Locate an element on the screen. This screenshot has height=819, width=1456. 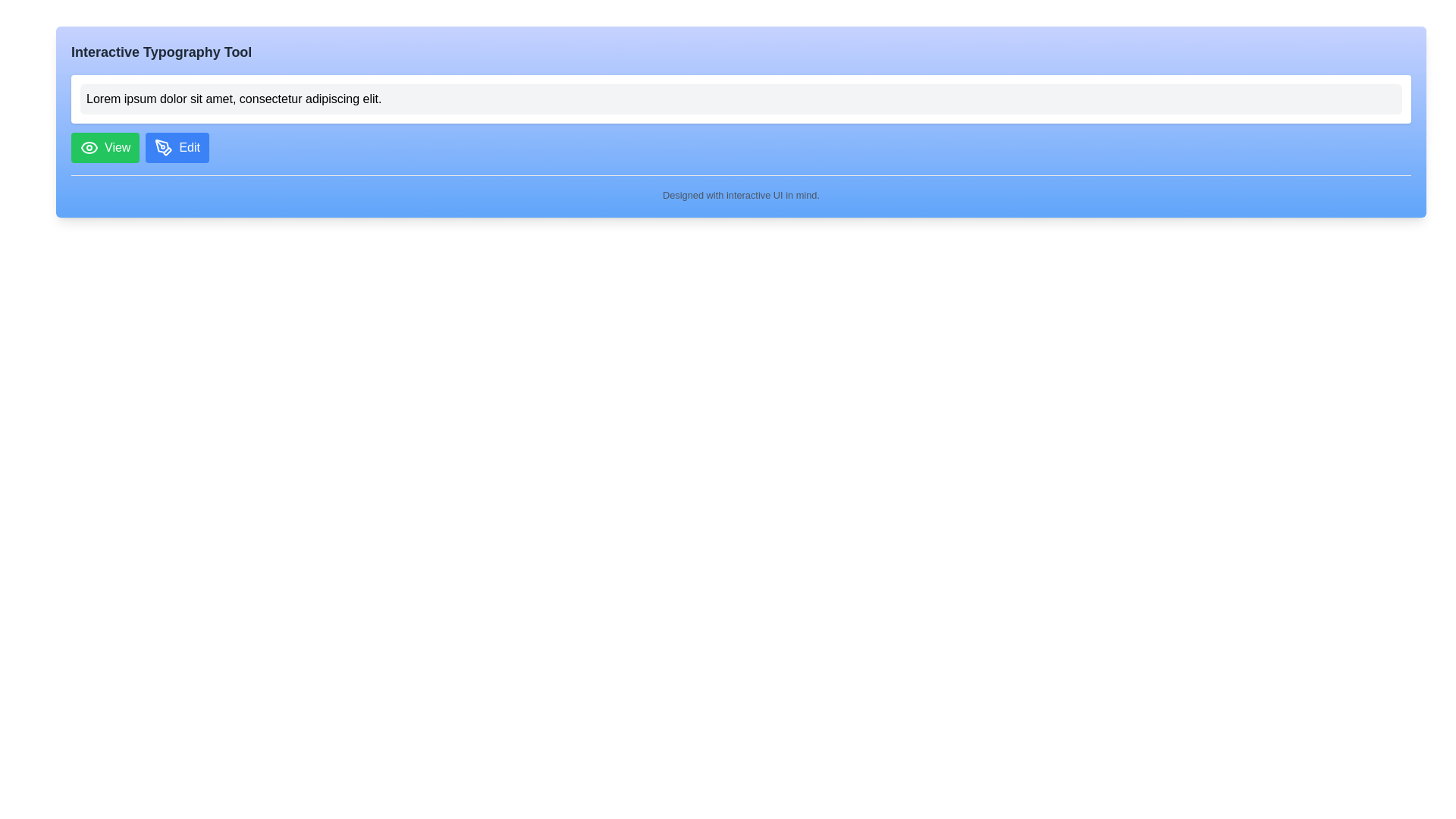
the icon representing the action of viewing content, which is located inside the green button labeled 'View' to the left of the text is located at coordinates (89, 148).